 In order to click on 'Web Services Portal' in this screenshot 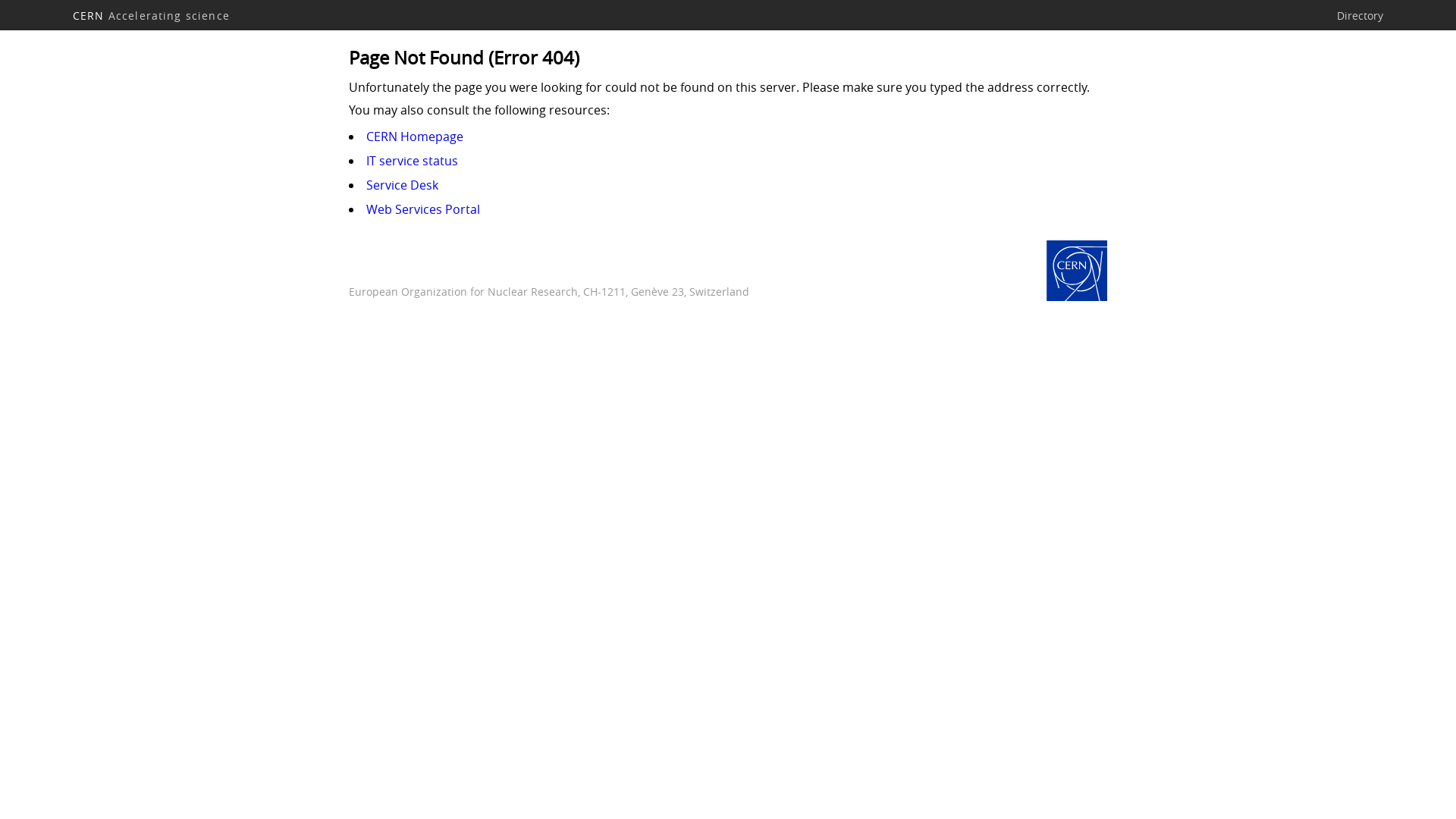, I will do `click(422, 209)`.